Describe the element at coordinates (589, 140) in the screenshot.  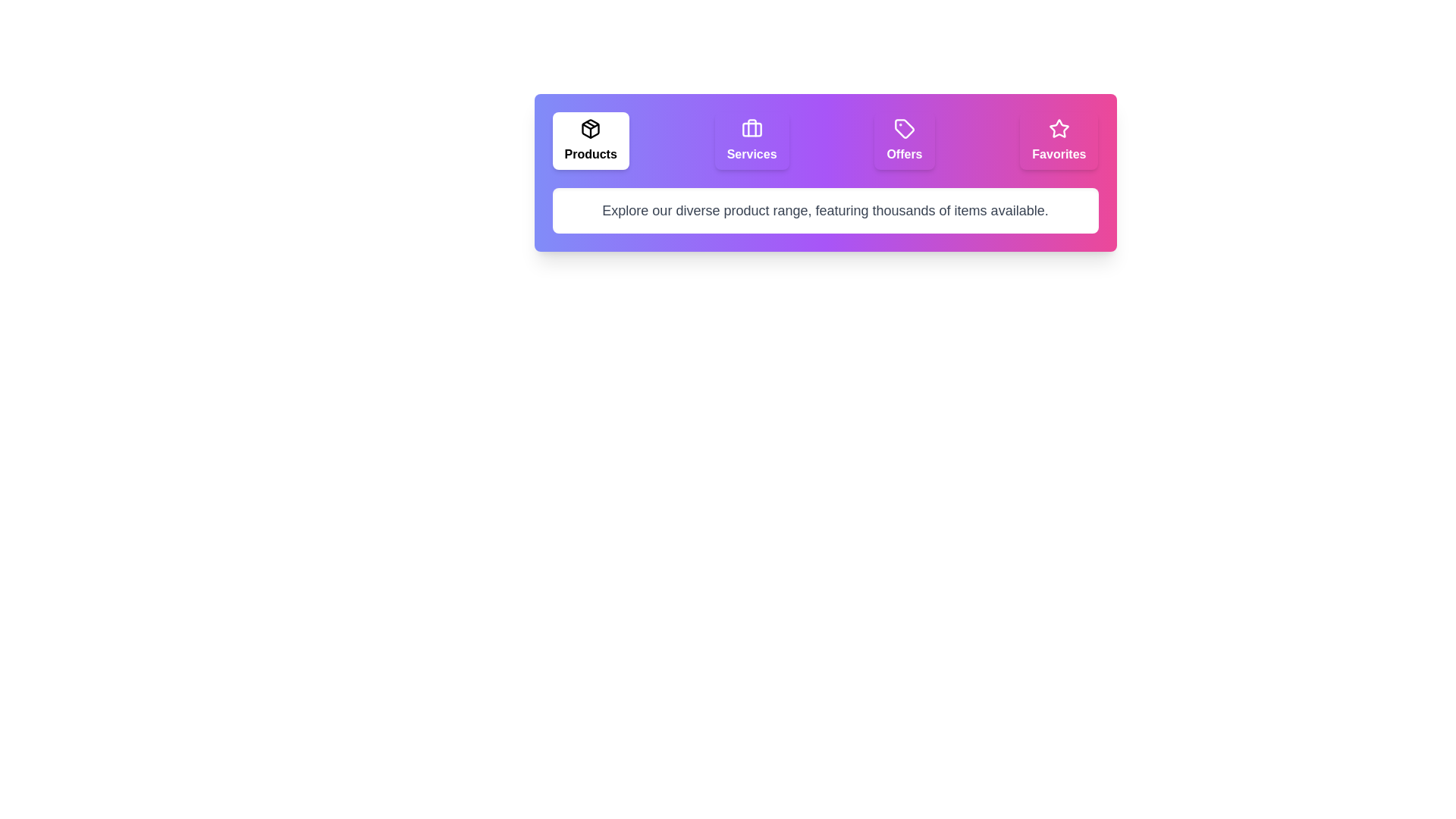
I see `the tab labeled Products to select it` at that location.